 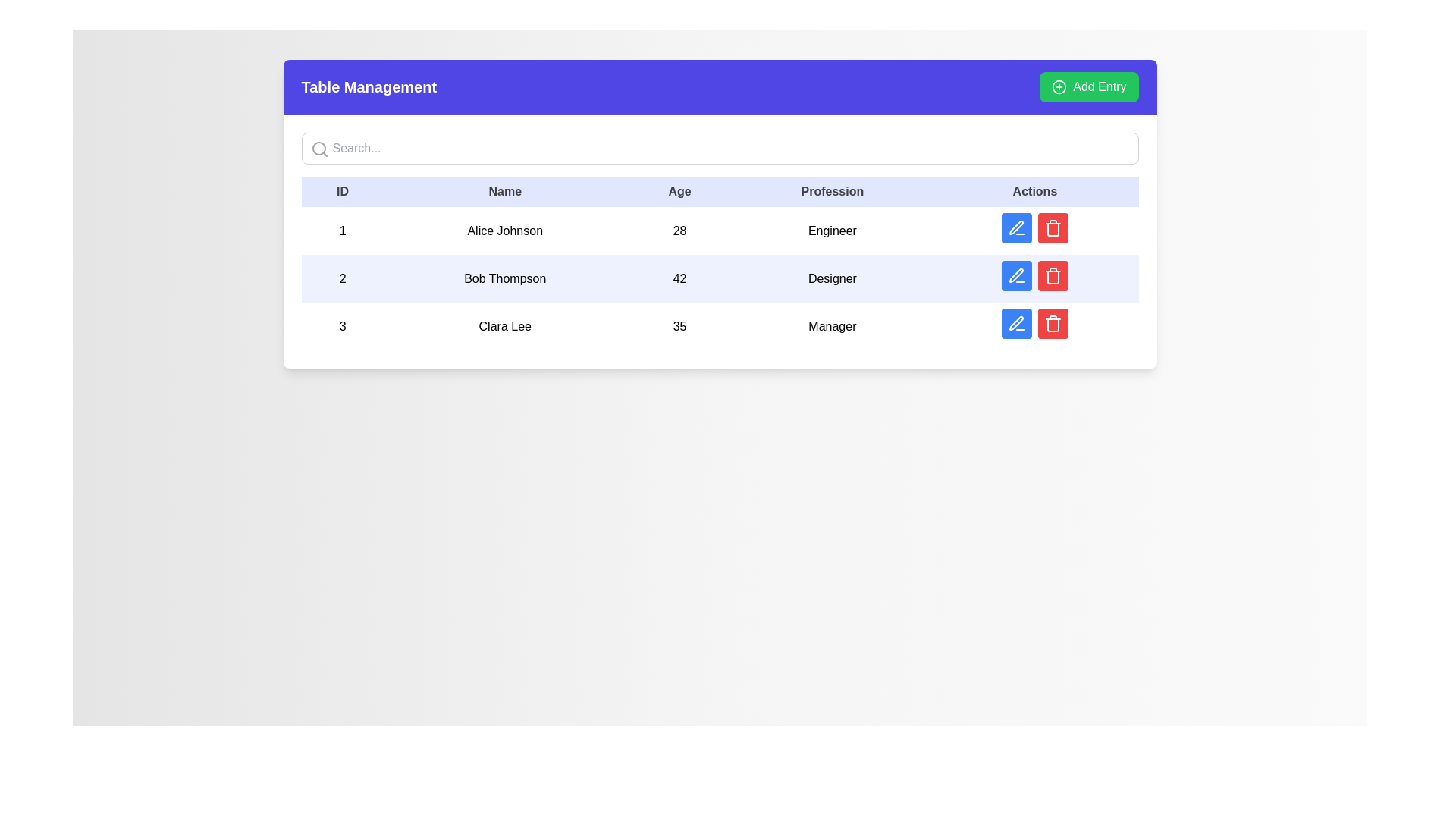 What do you see at coordinates (318, 149) in the screenshot?
I see `the small circular UI component located within the magnifying glass graphic representing the search icon in the toolbar of the Table Management interface` at bounding box center [318, 149].